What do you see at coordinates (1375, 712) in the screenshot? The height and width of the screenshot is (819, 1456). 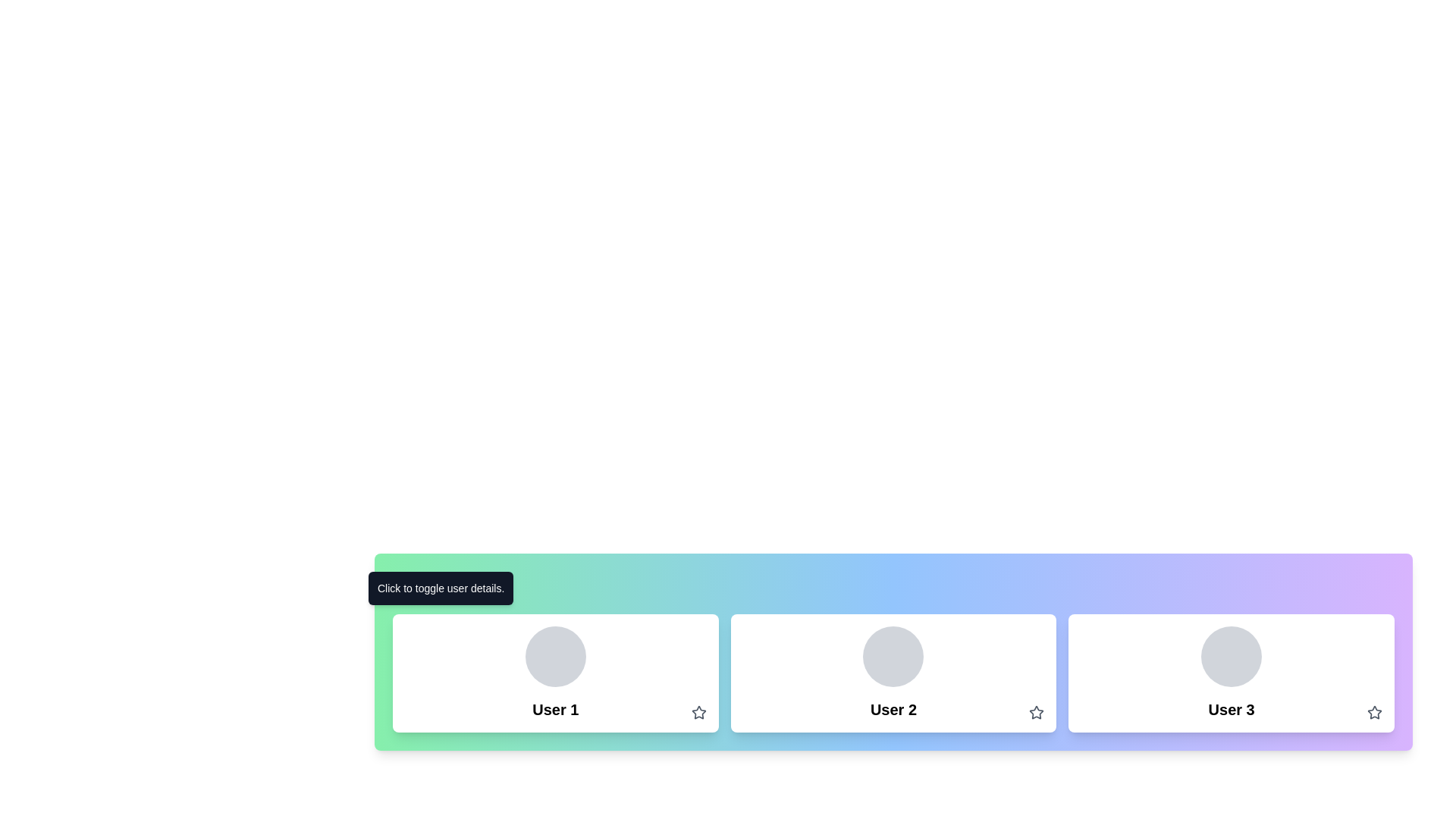 I see `the star-shaped icon located at the bottom-right corner of the 'User 3' card, which features a clean vector design and transitions color on hover` at bounding box center [1375, 712].